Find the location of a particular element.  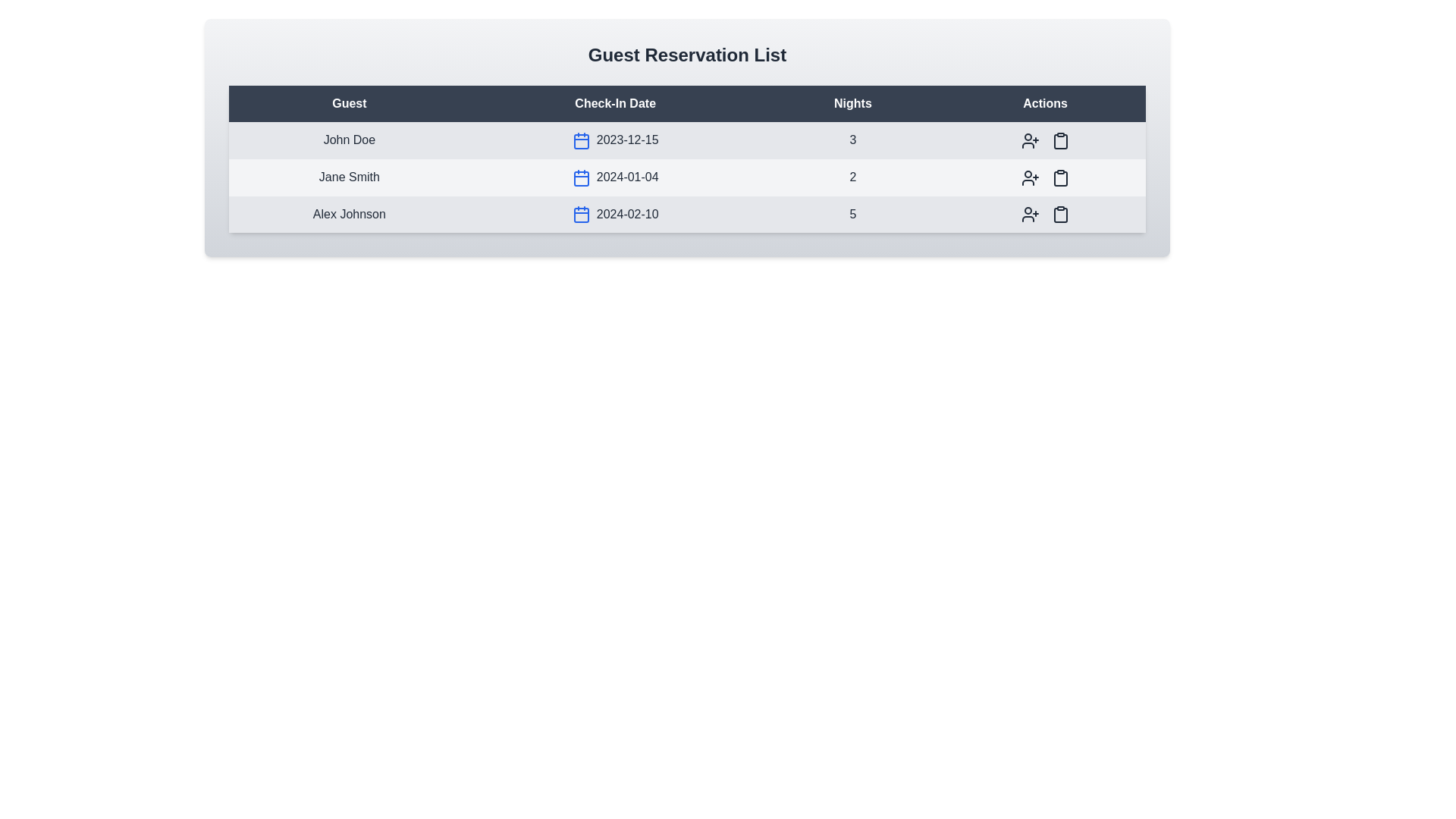

the text label displaying the guest's name in the third row of the reservation list table, located under the 'Guest' column, to the left of '2024-02-10' in the 'Check-In Date' column is located at coordinates (348, 214).